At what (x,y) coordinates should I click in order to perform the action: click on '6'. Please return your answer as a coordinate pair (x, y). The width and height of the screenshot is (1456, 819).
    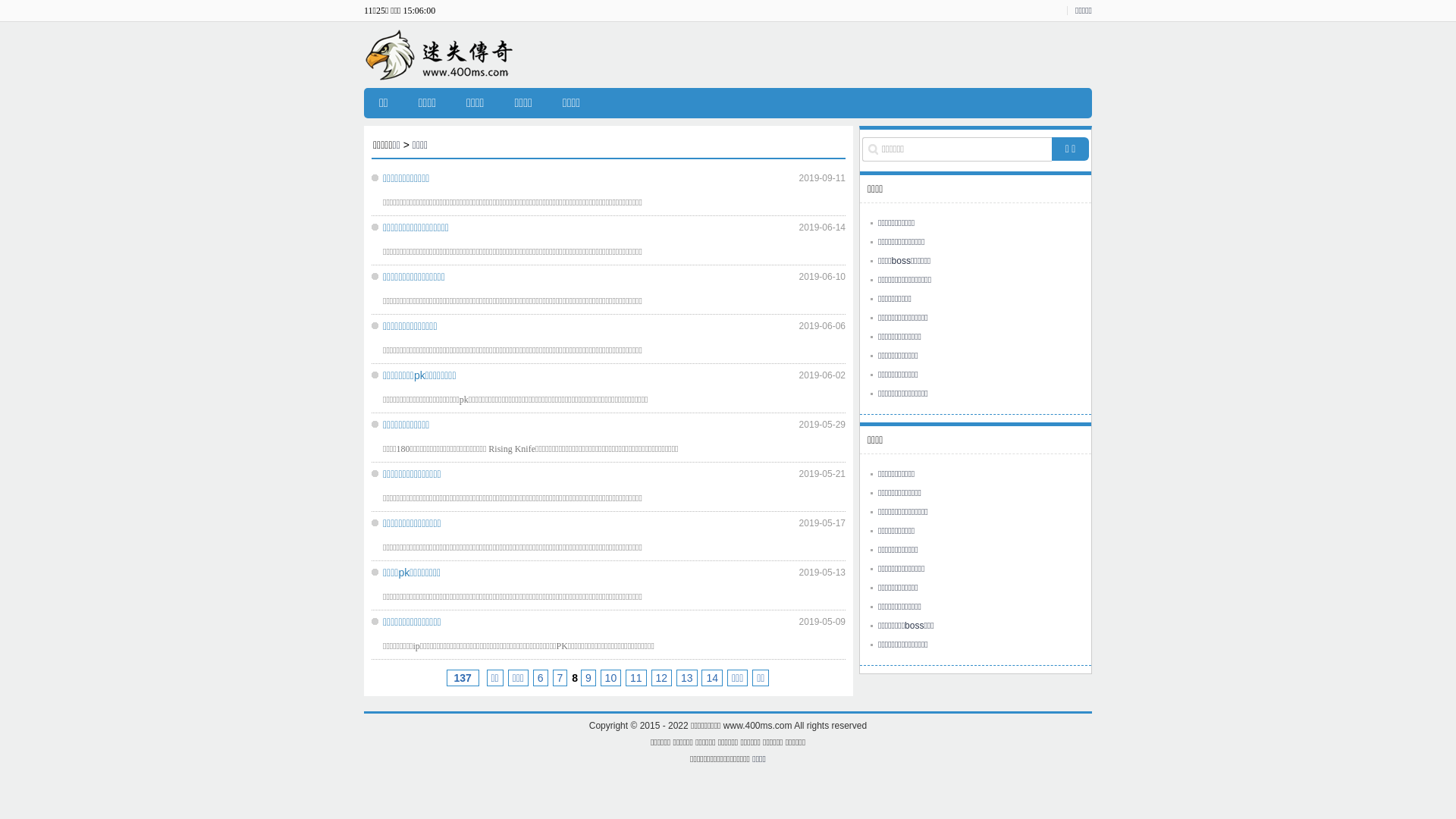
    Looking at the image, I should click on (541, 677).